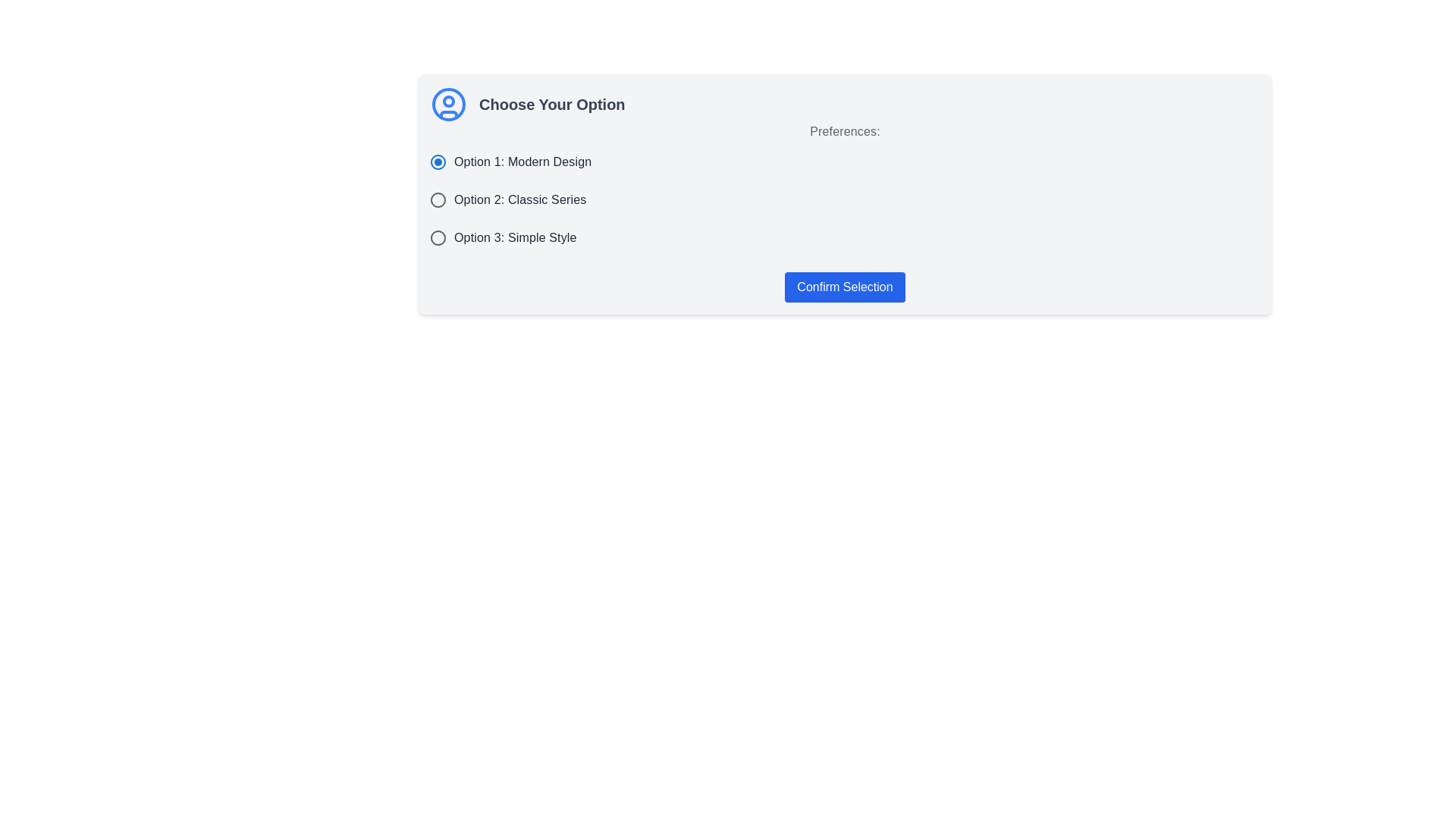  Describe the element at coordinates (520, 199) in the screenshot. I see `label text for the second option in the radio button group, which is positioned between 'Option 1: Modern Design' and 'Option 3: Simple Style'` at that location.